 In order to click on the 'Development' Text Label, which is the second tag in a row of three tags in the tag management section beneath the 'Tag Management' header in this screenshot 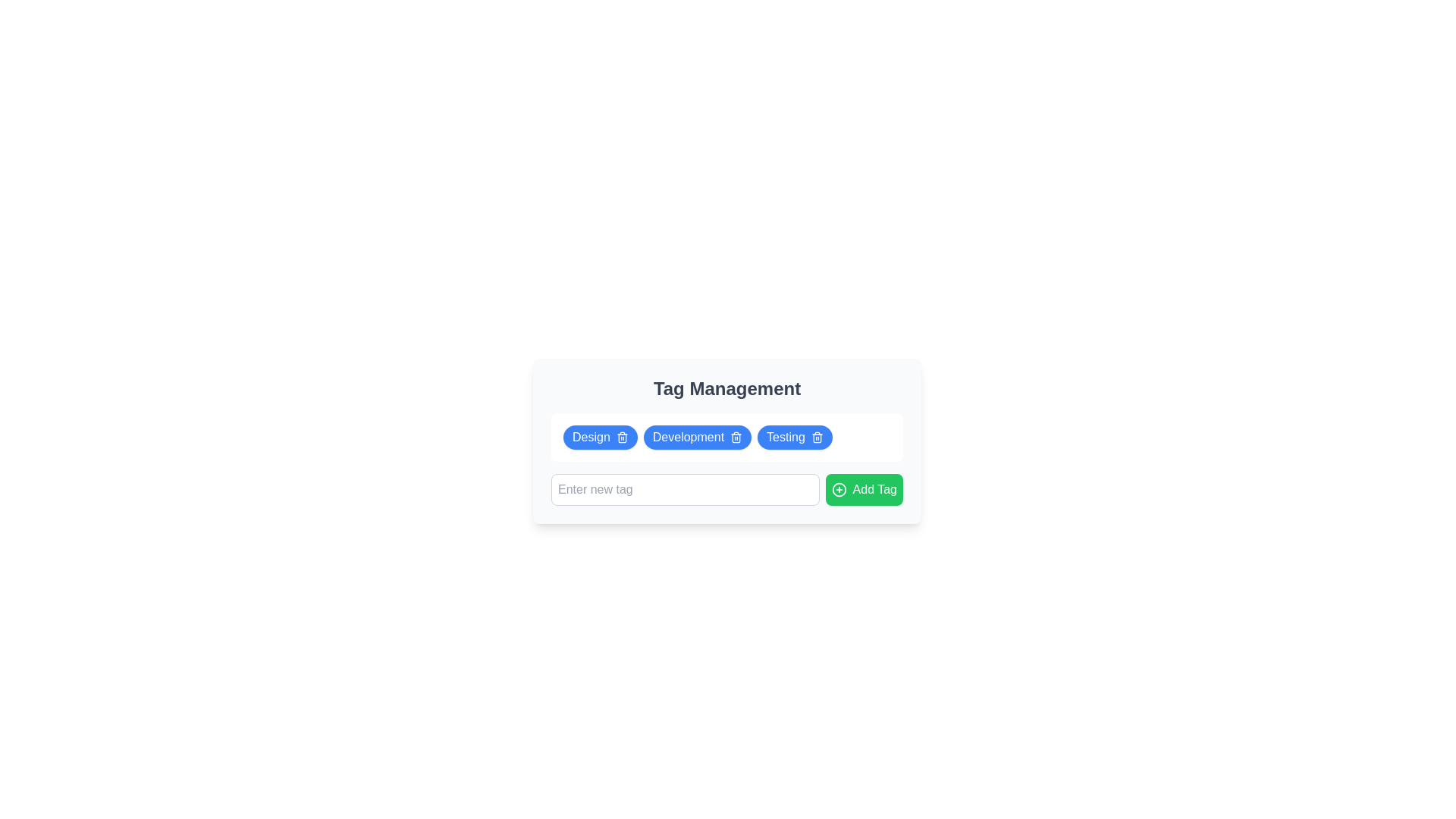, I will do `click(687, 438)`.